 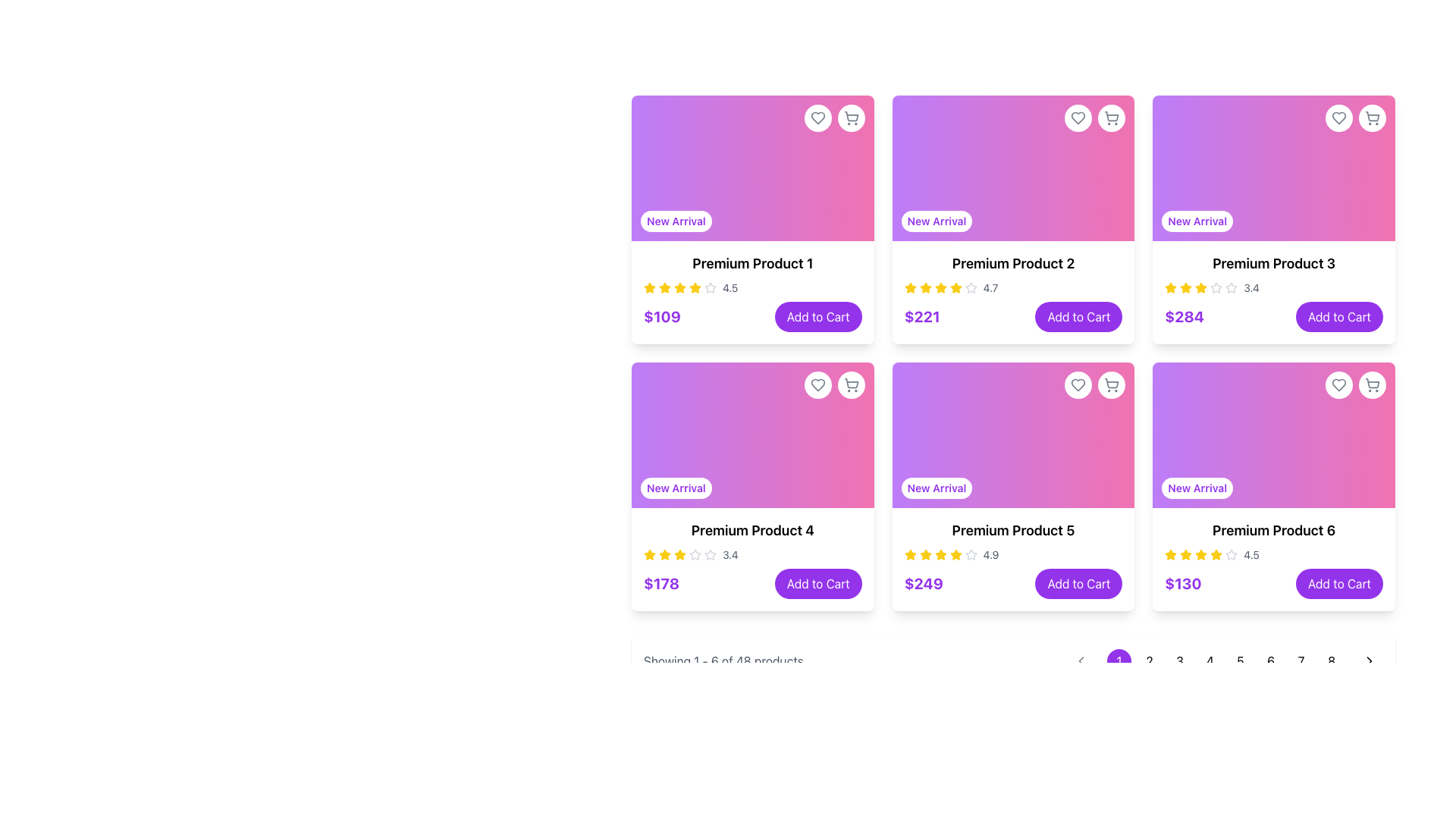 What do you see at coordinates (1369, 660) in the screenshot?
I see `the right-pointing arrow button located at the far-right edge of the pagination bar` at bounding box center [1369, 660].